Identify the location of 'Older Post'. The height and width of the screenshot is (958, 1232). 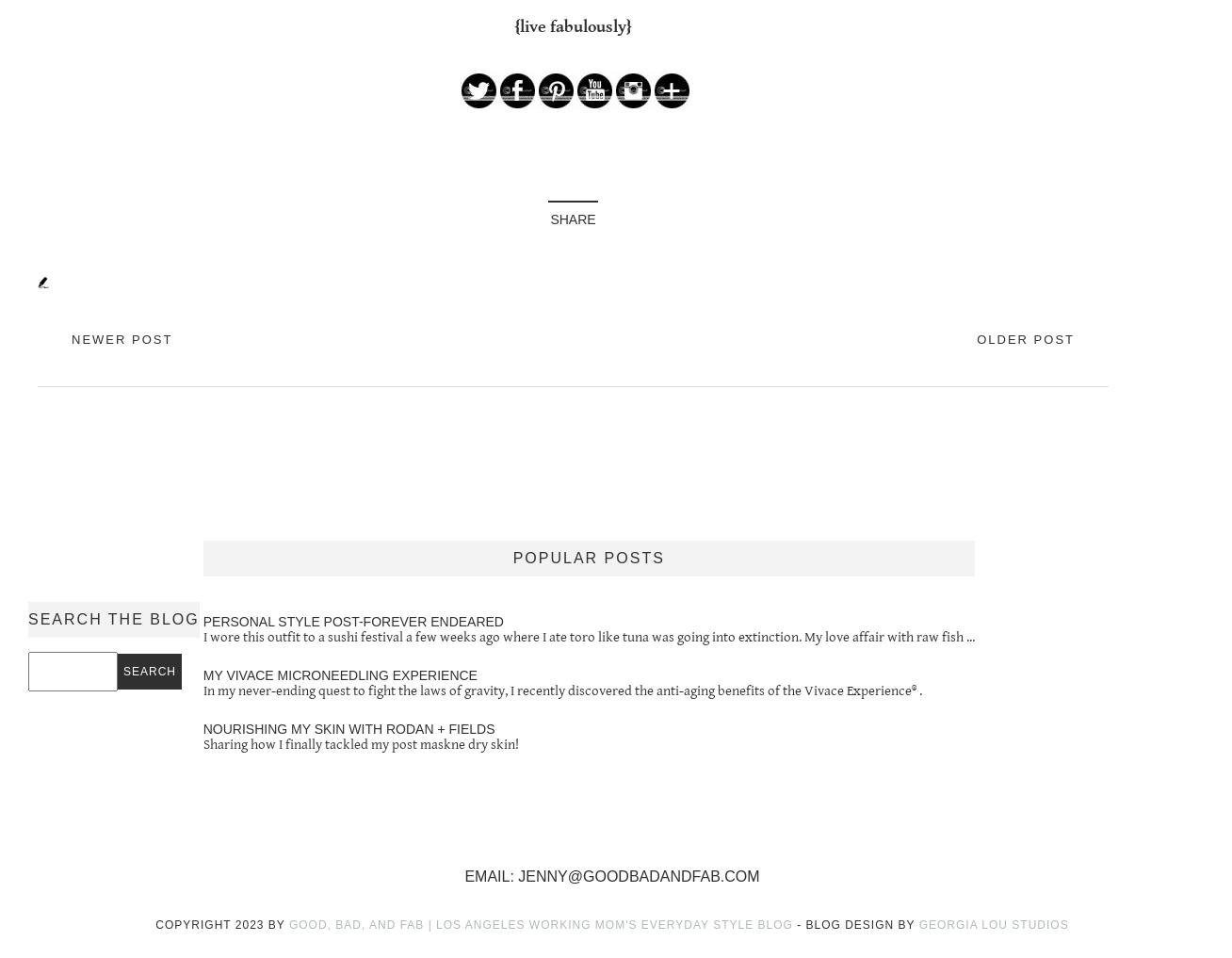
(1025, 338).